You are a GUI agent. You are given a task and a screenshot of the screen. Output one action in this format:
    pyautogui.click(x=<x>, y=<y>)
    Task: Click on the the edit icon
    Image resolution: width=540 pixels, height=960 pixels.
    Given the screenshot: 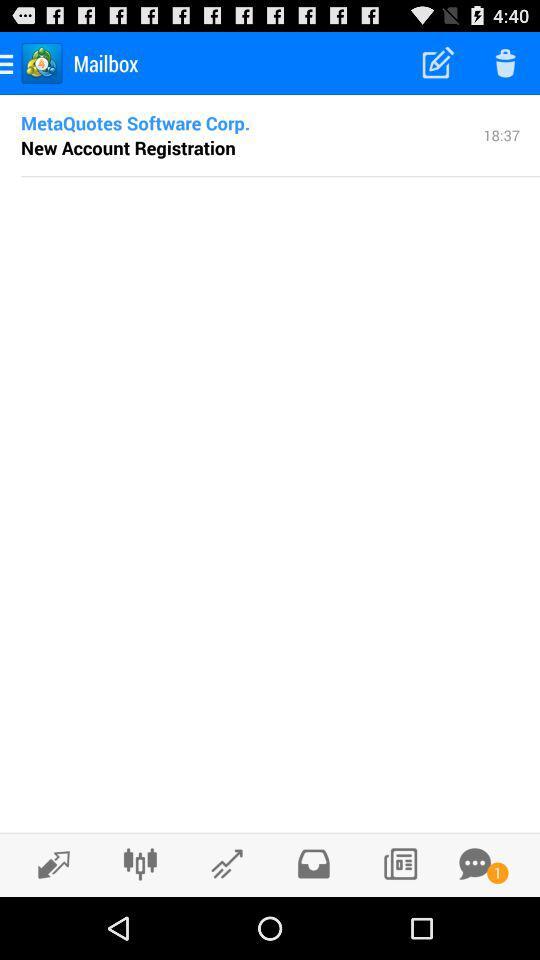 What is the action you would take?
    pyautogui.click(x=48, y=925)
    